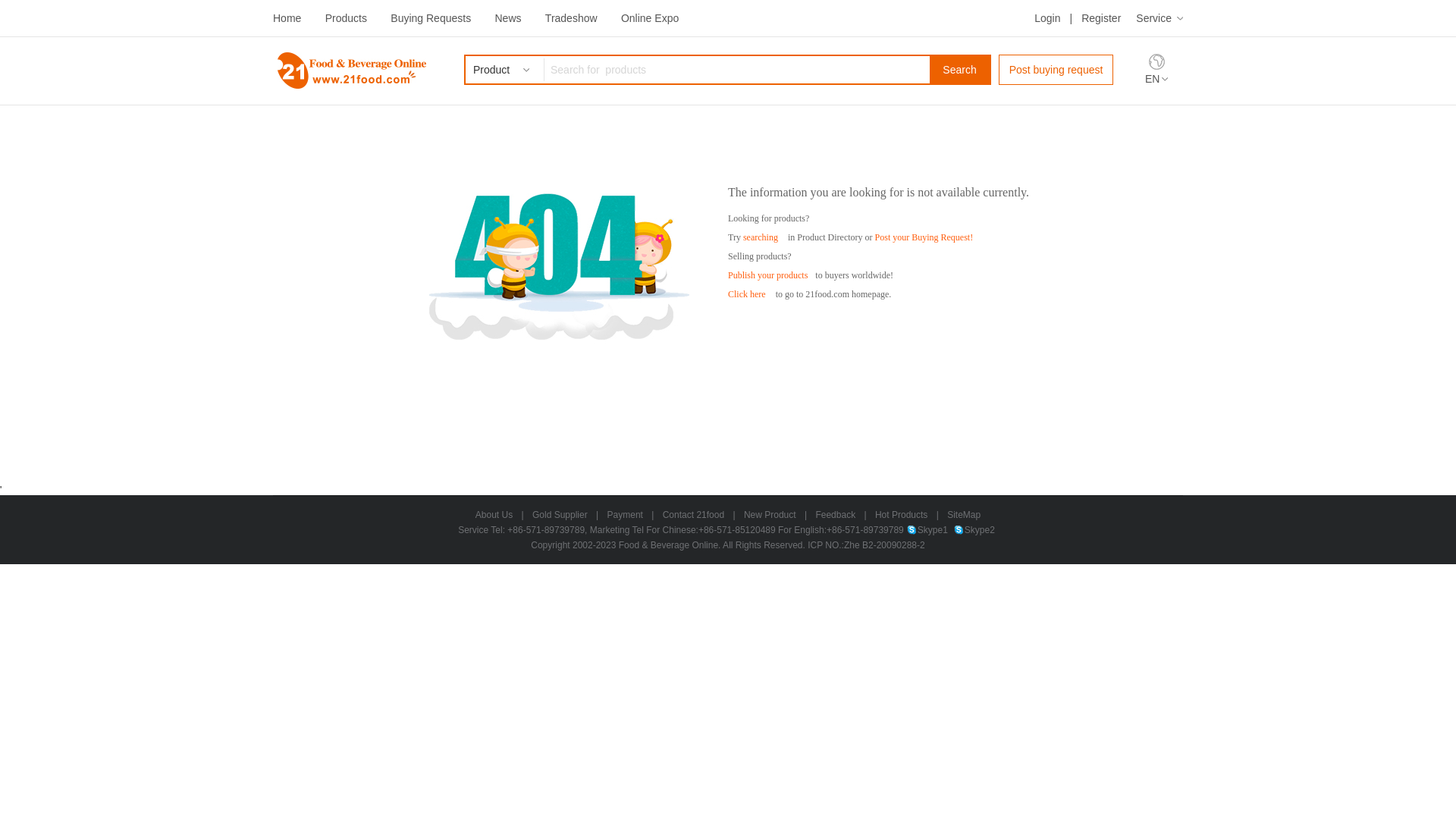 This screenshot has height=819, width=1456. I want to click on 'Service', so click(1159, 17).